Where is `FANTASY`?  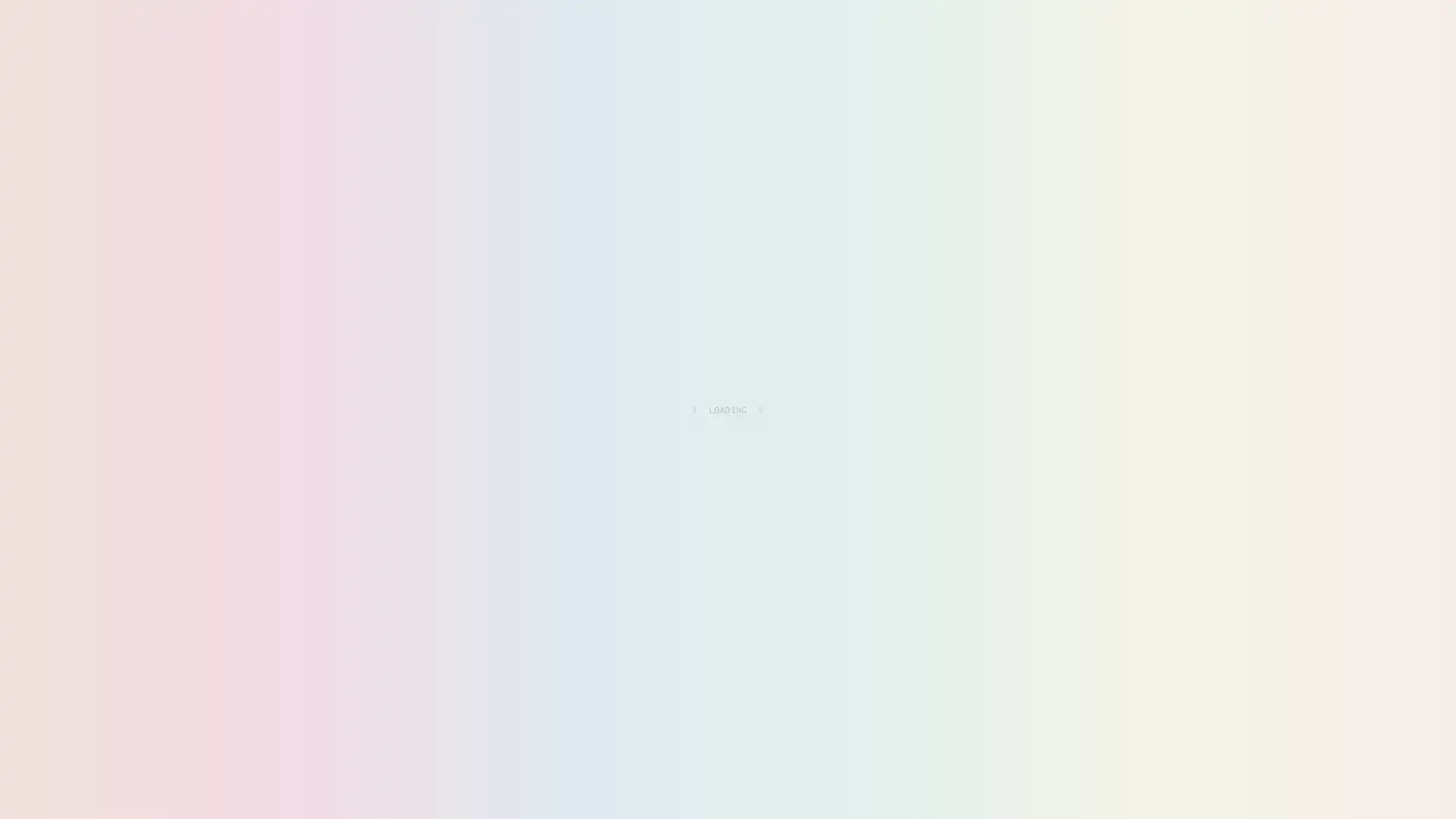
FANTASY is located at coordinates (179, 169).